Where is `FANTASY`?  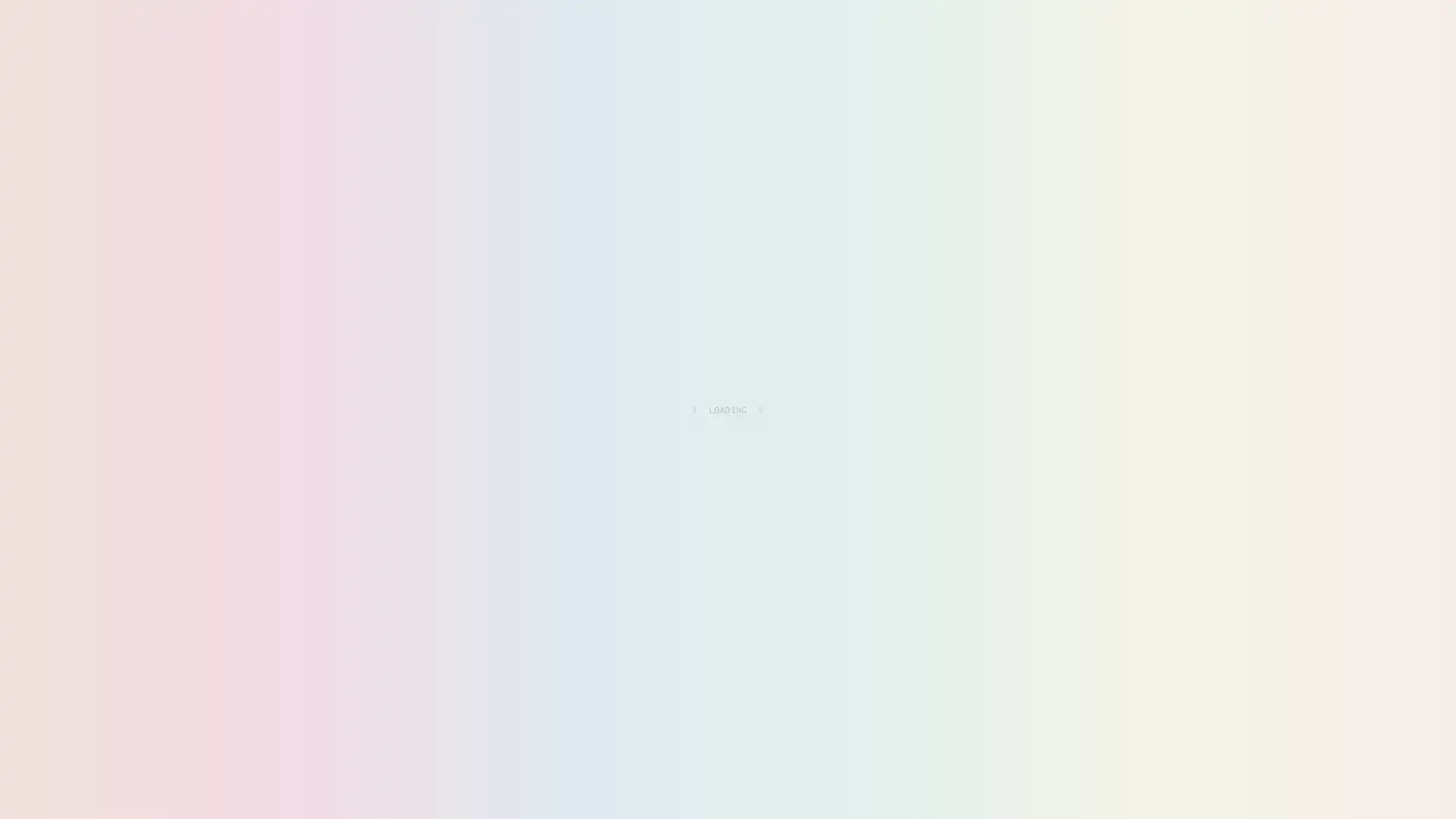
FANTASY is located at coordinates (179, 169).